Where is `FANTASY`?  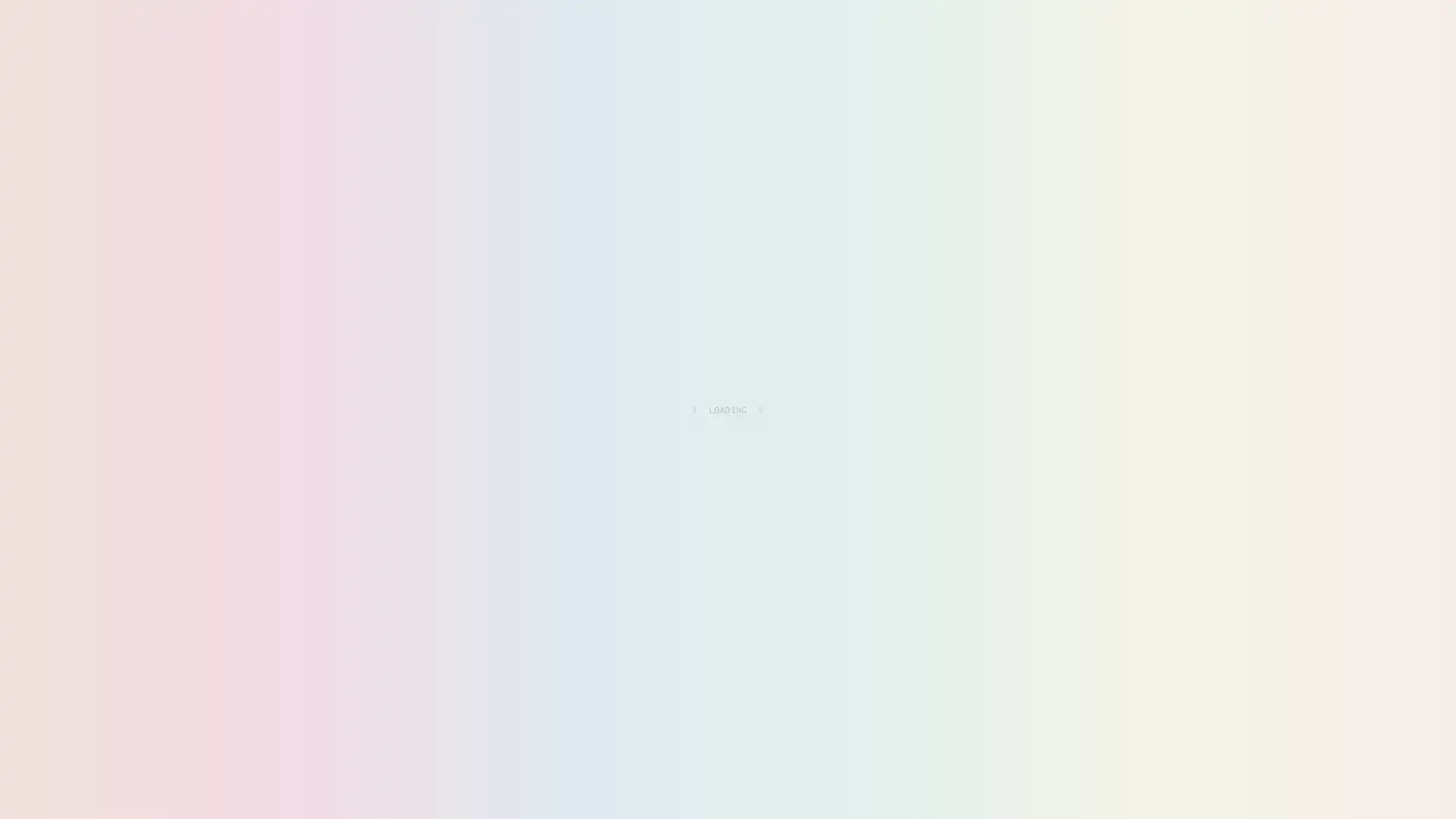
FANTASY is located at coordinates (179, 169).